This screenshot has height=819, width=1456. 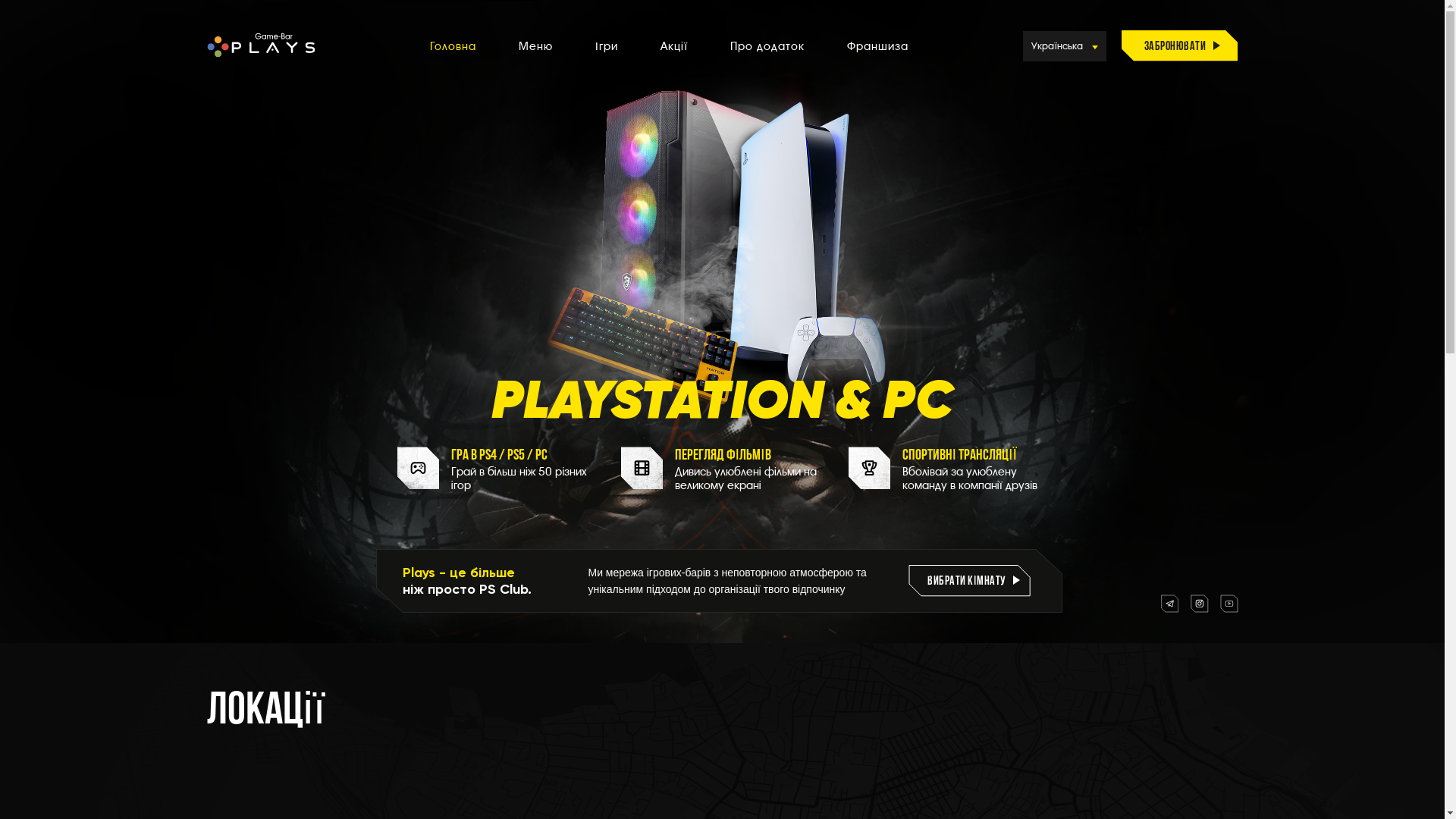 What do you see at coordinates (1189, 602) in the screenshot?
I see `'Instagram'` at bounding box center [1189, 602].